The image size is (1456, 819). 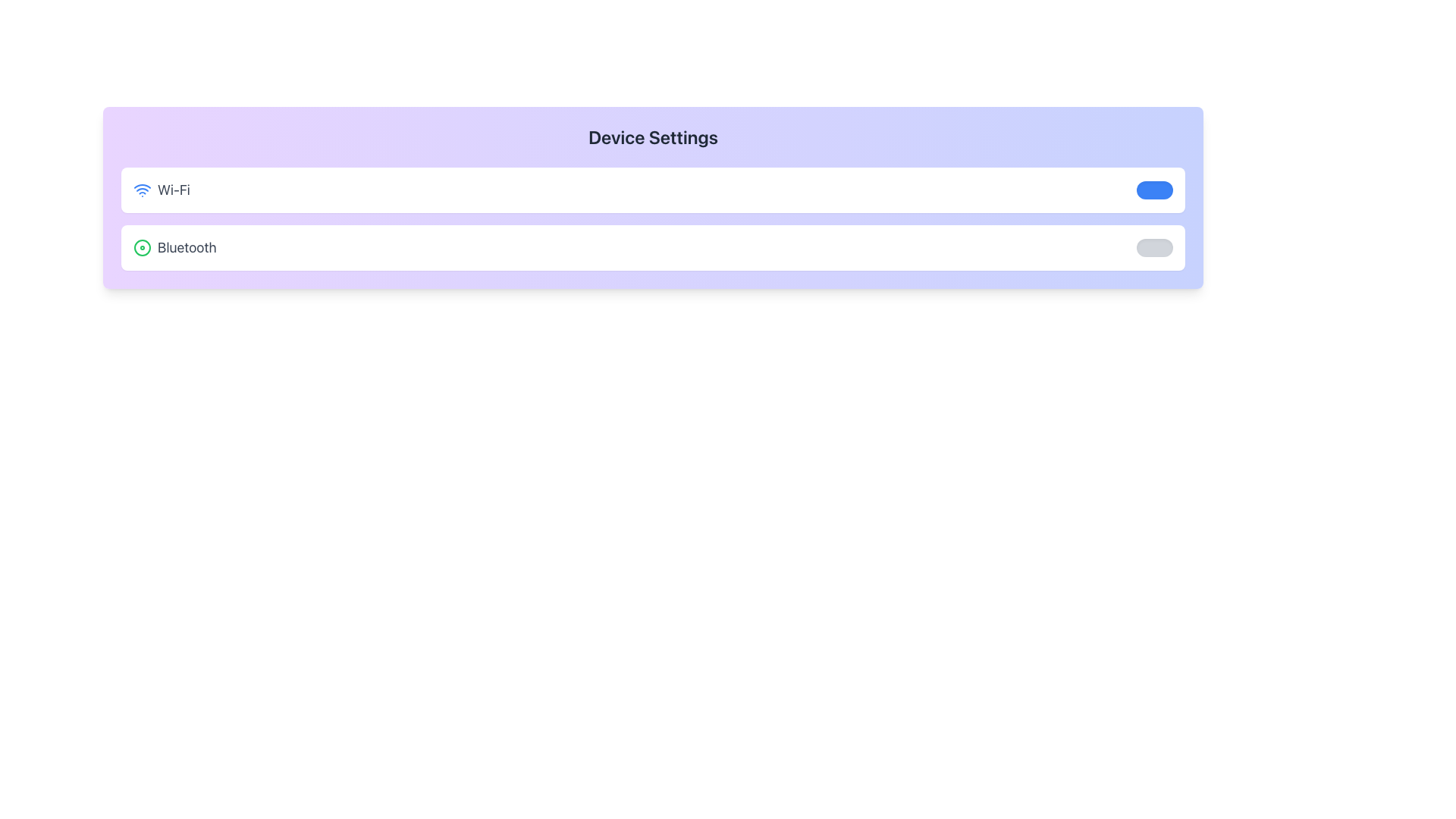 What do you see at coordinates (142, 247) in the screenshot?
I see `the Circular SVG Shape that symbolizes Bluetooth functionality, which is the larger circle located to the left of the 'Bluetooth' text` at bounding box center [142, 247].